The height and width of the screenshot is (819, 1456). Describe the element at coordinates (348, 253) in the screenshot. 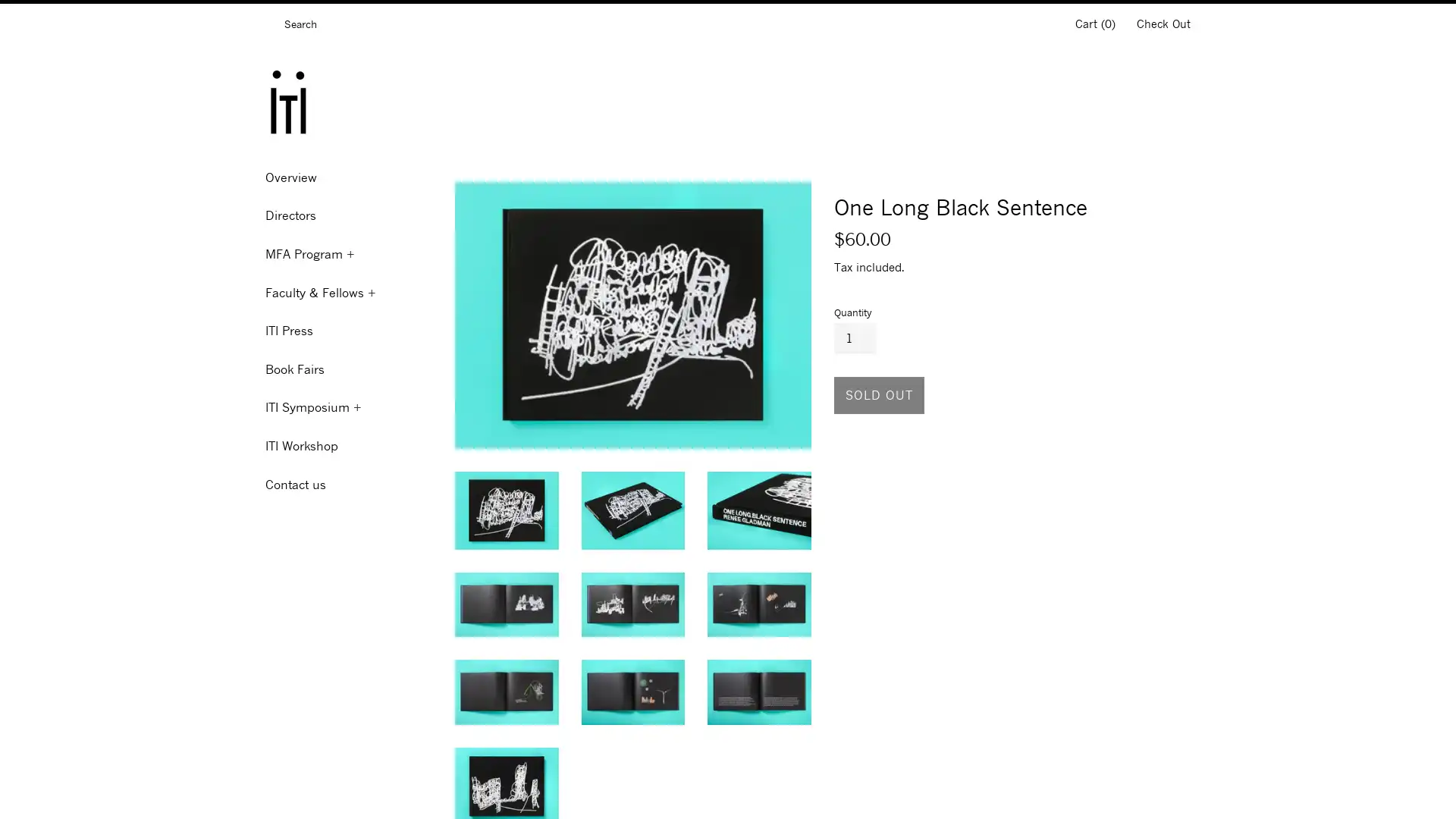

I see `MFA Program` at that location.